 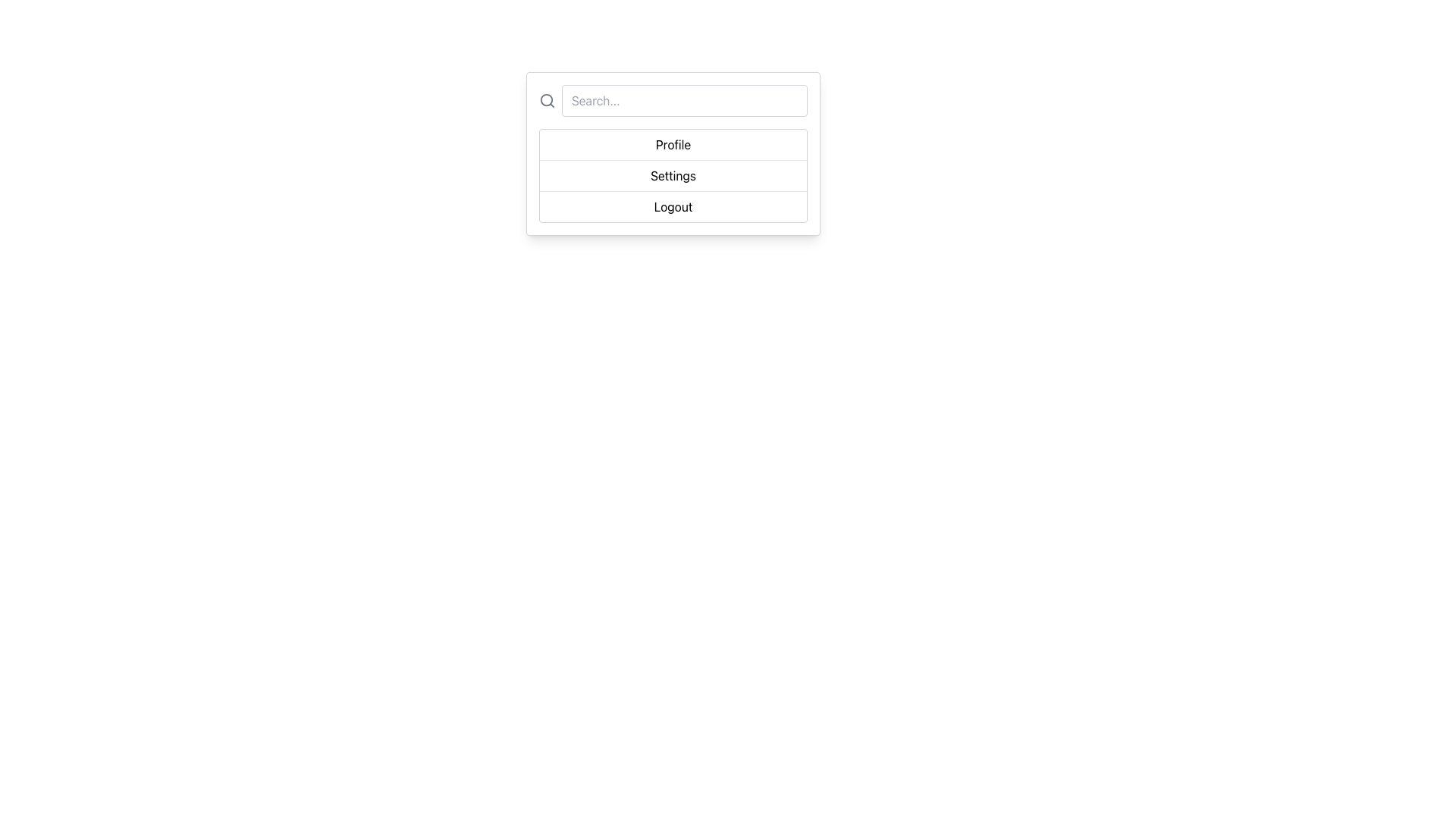 I want to click on the 'Settings' button, which is the second item in a vertical list of three options: 'Profile', 'Settings', 'Logout', so click(x=673, y=174).